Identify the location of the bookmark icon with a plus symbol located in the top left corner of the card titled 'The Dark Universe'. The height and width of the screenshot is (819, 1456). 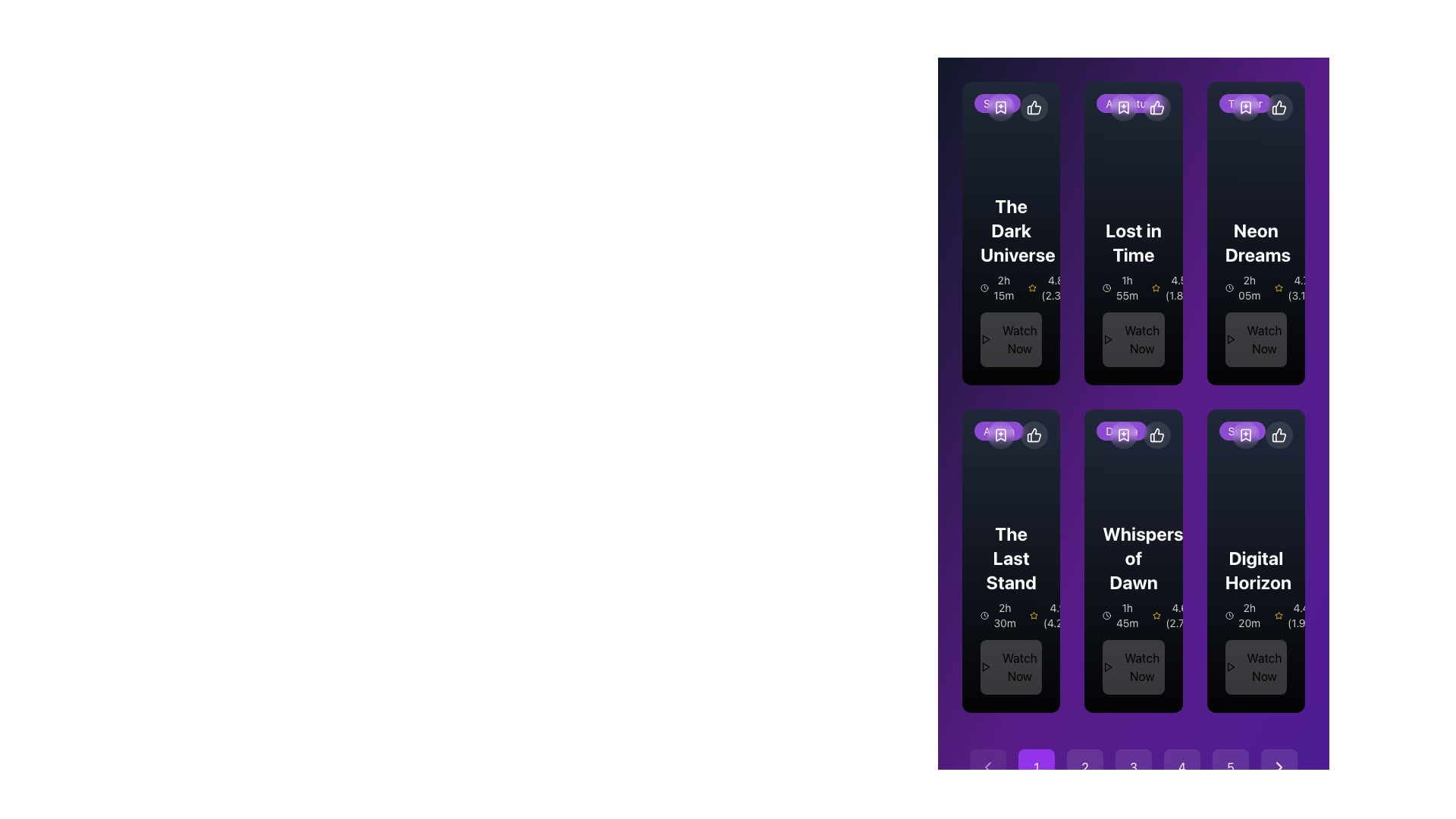
(1001, 107).